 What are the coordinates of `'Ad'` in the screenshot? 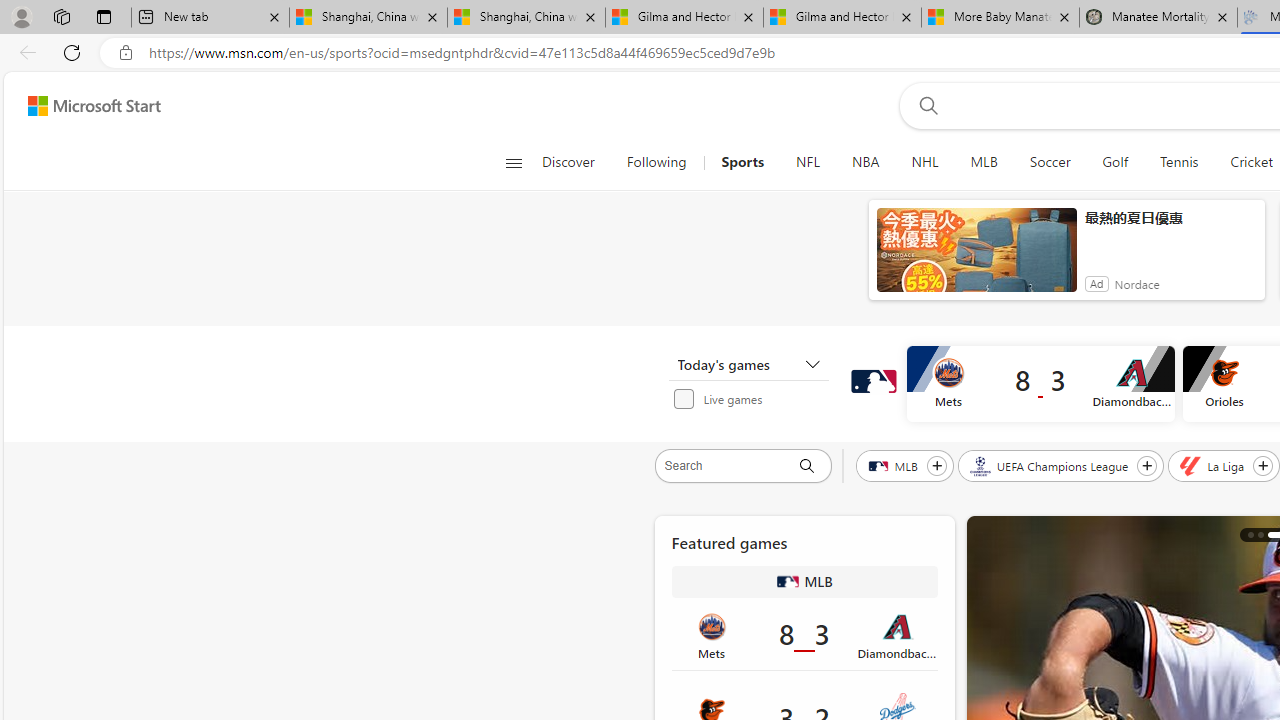 It's located at (1095, 284).